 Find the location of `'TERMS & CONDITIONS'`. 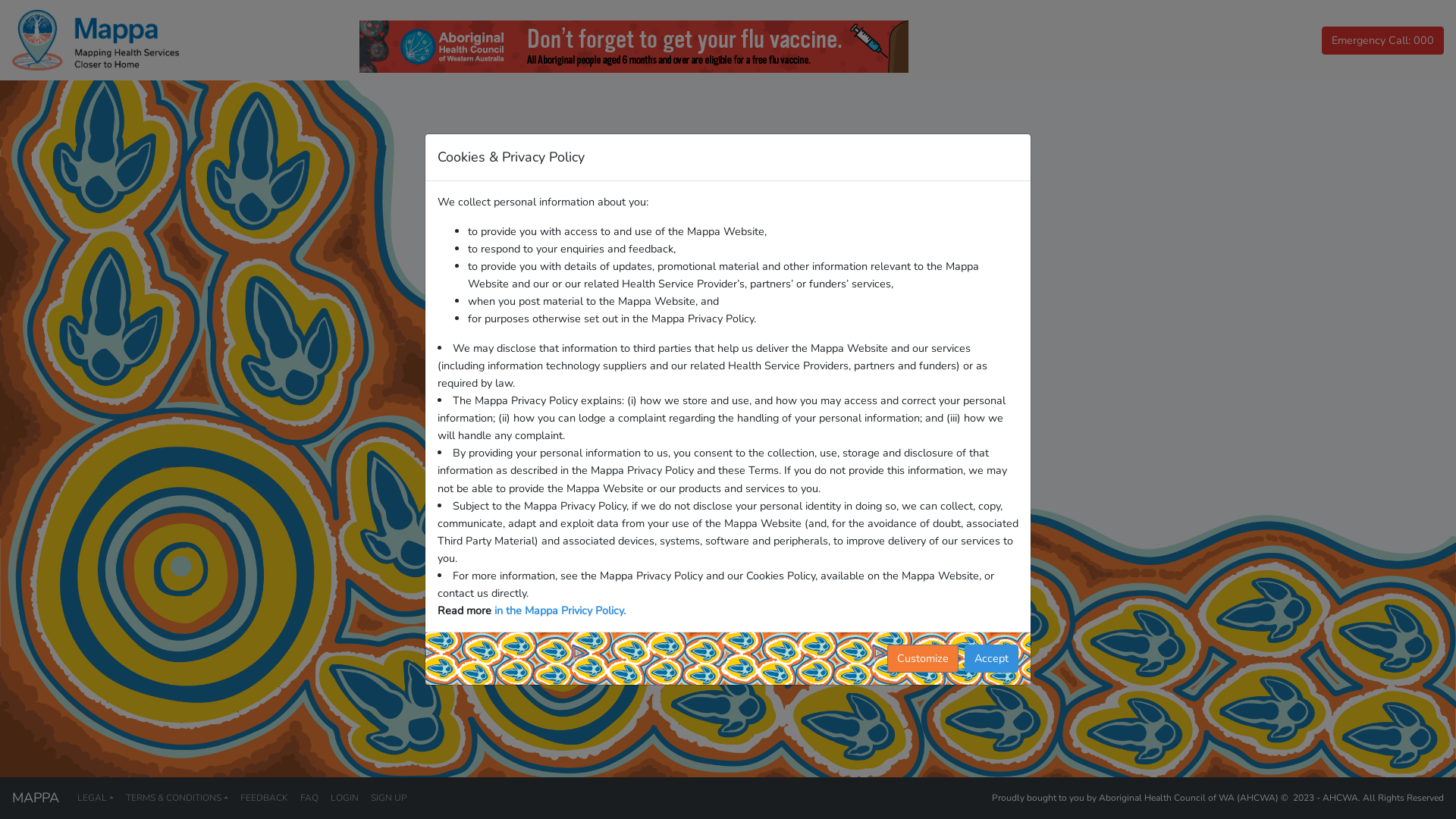

'TERMS & CONDITIONS' is located at coordinates (177, 797).